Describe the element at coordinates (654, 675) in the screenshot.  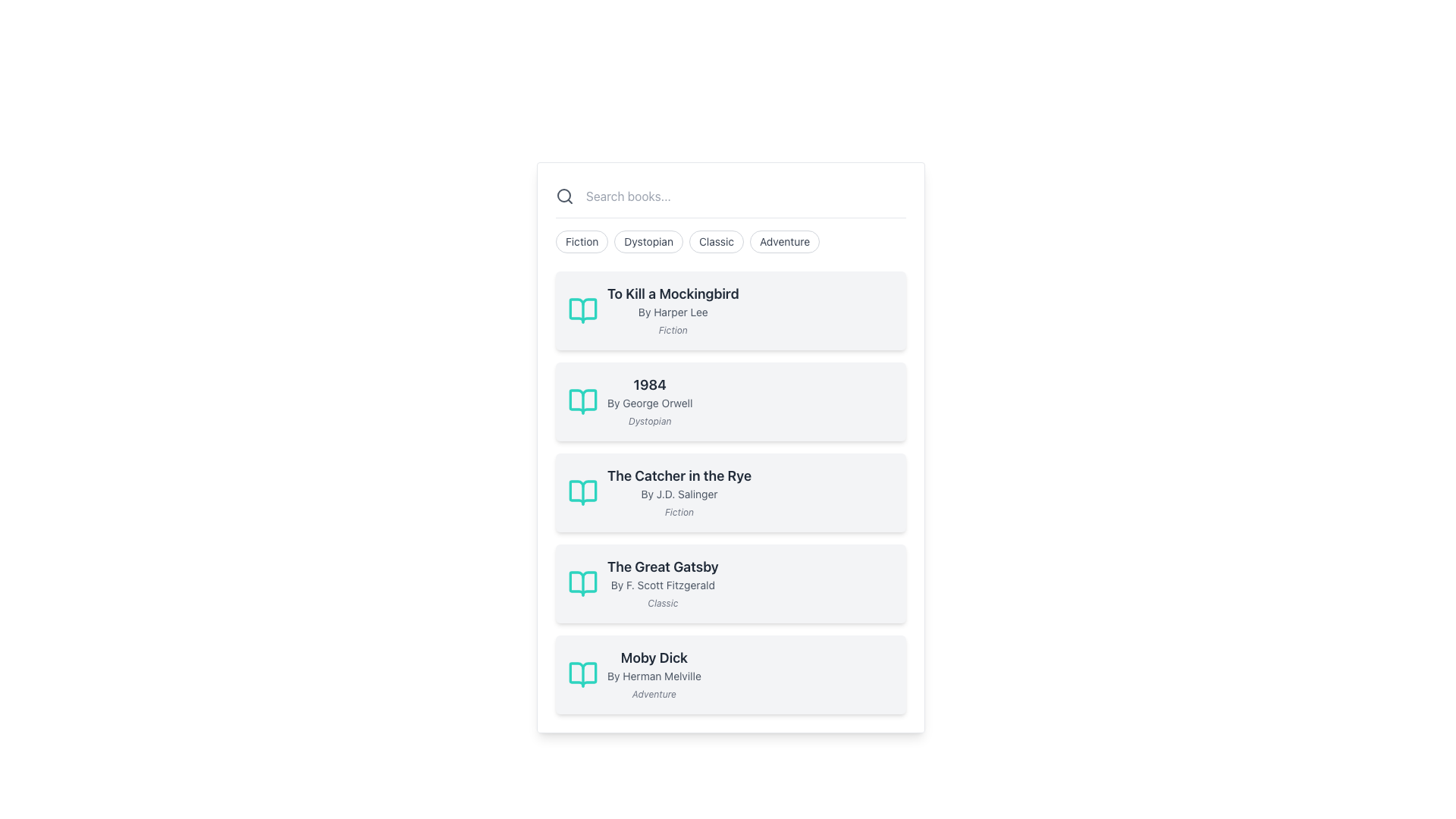
I see `the muted gray text 'By Herman Melville' located beneath the book title 'Moby Dick' and above the genre text 'Adventure' within the book listing` at that location.